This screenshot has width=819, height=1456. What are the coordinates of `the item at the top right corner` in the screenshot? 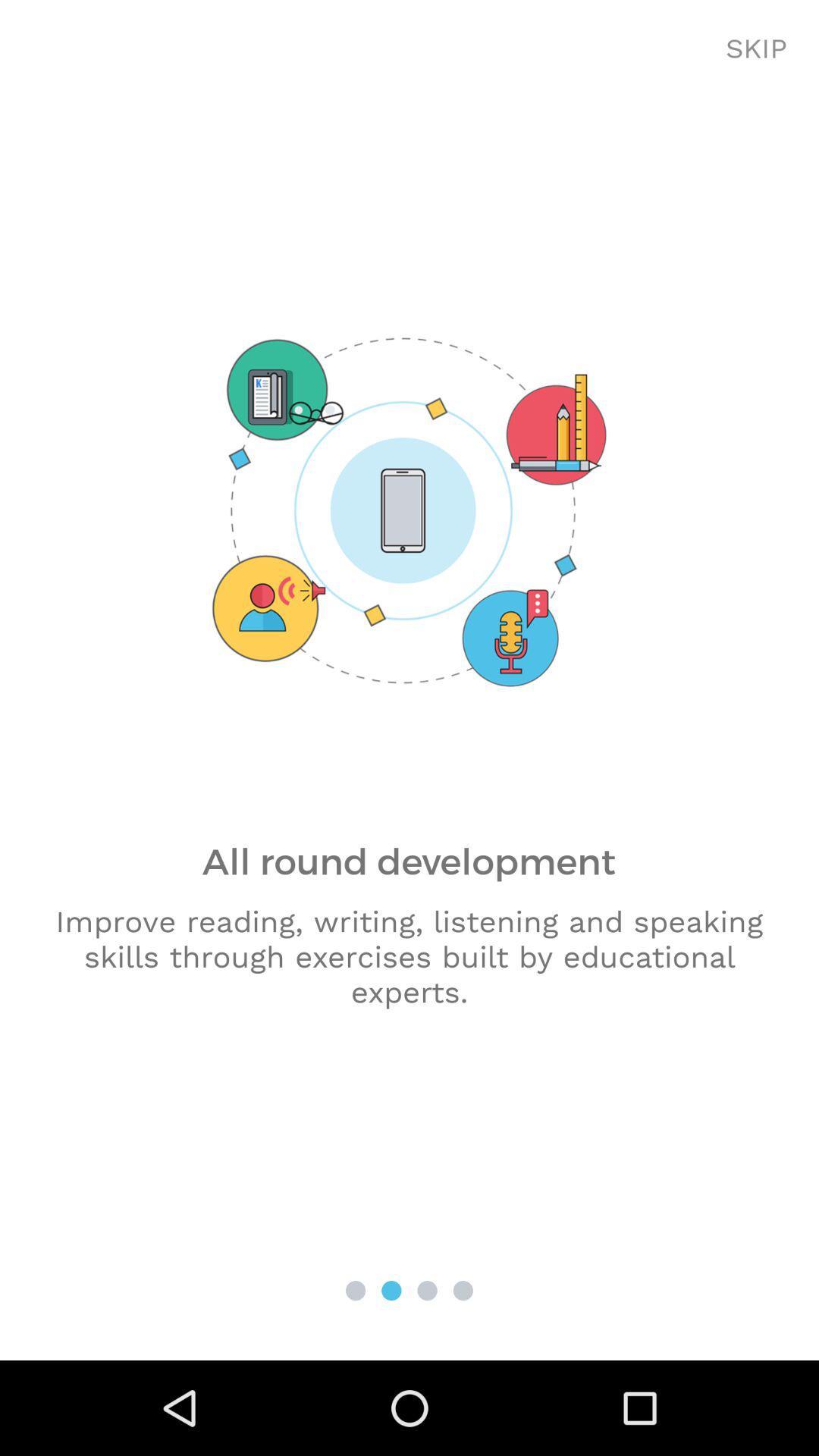 It's located at (756, 49).